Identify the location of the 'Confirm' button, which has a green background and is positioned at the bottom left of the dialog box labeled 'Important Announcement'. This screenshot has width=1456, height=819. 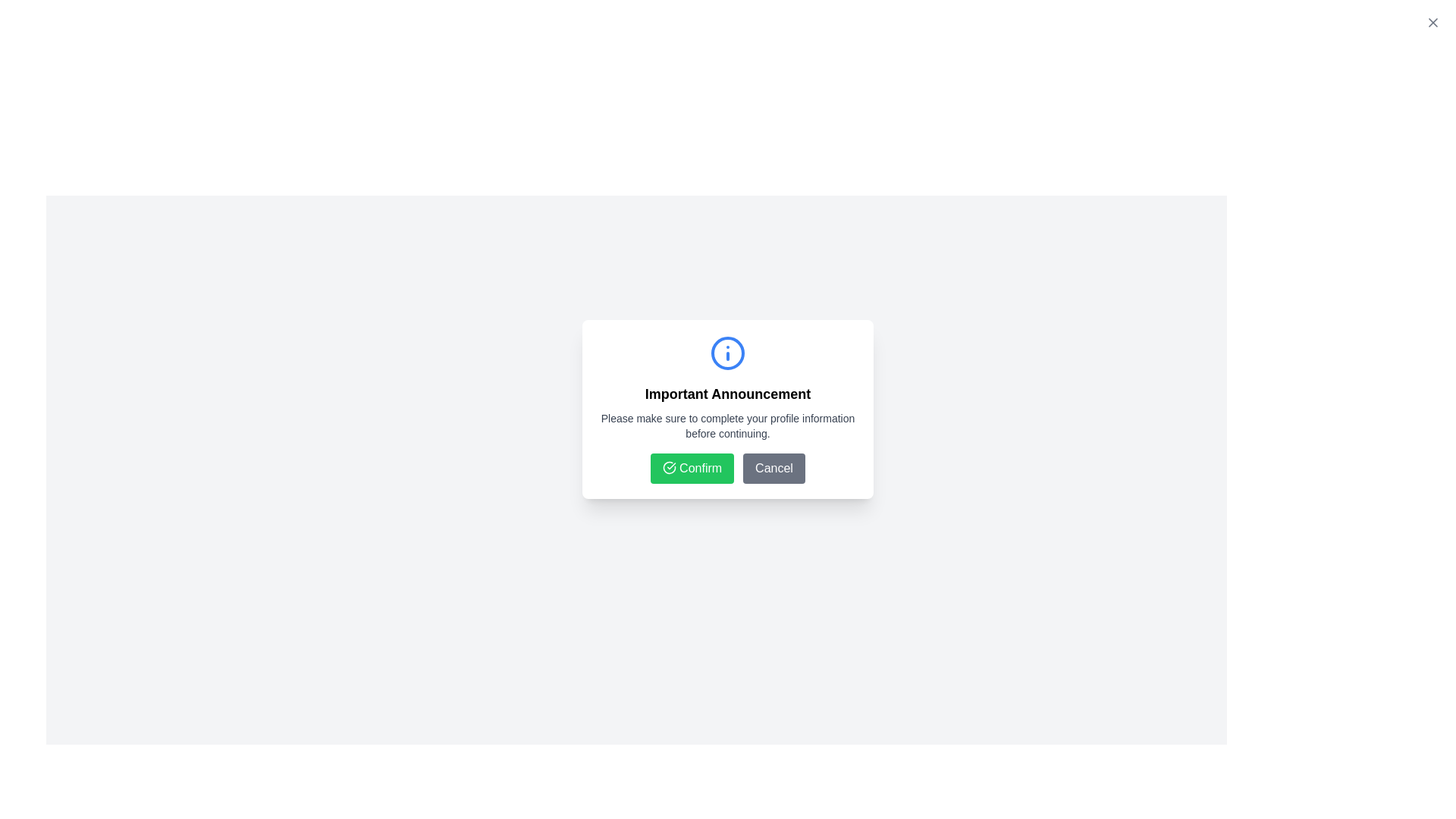
(728, 467).